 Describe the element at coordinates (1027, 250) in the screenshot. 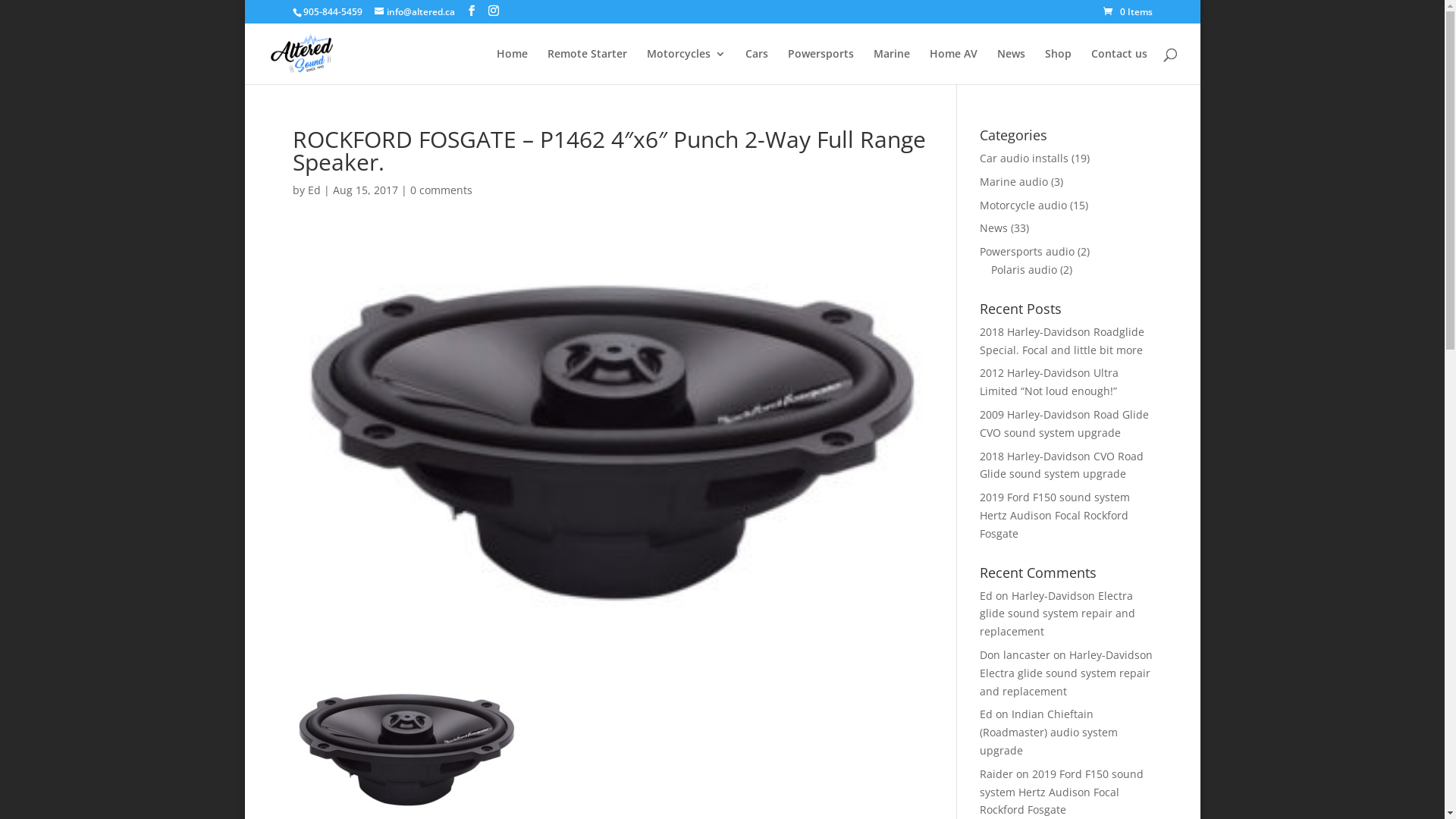

I see `'Powersports audio'` at that location.